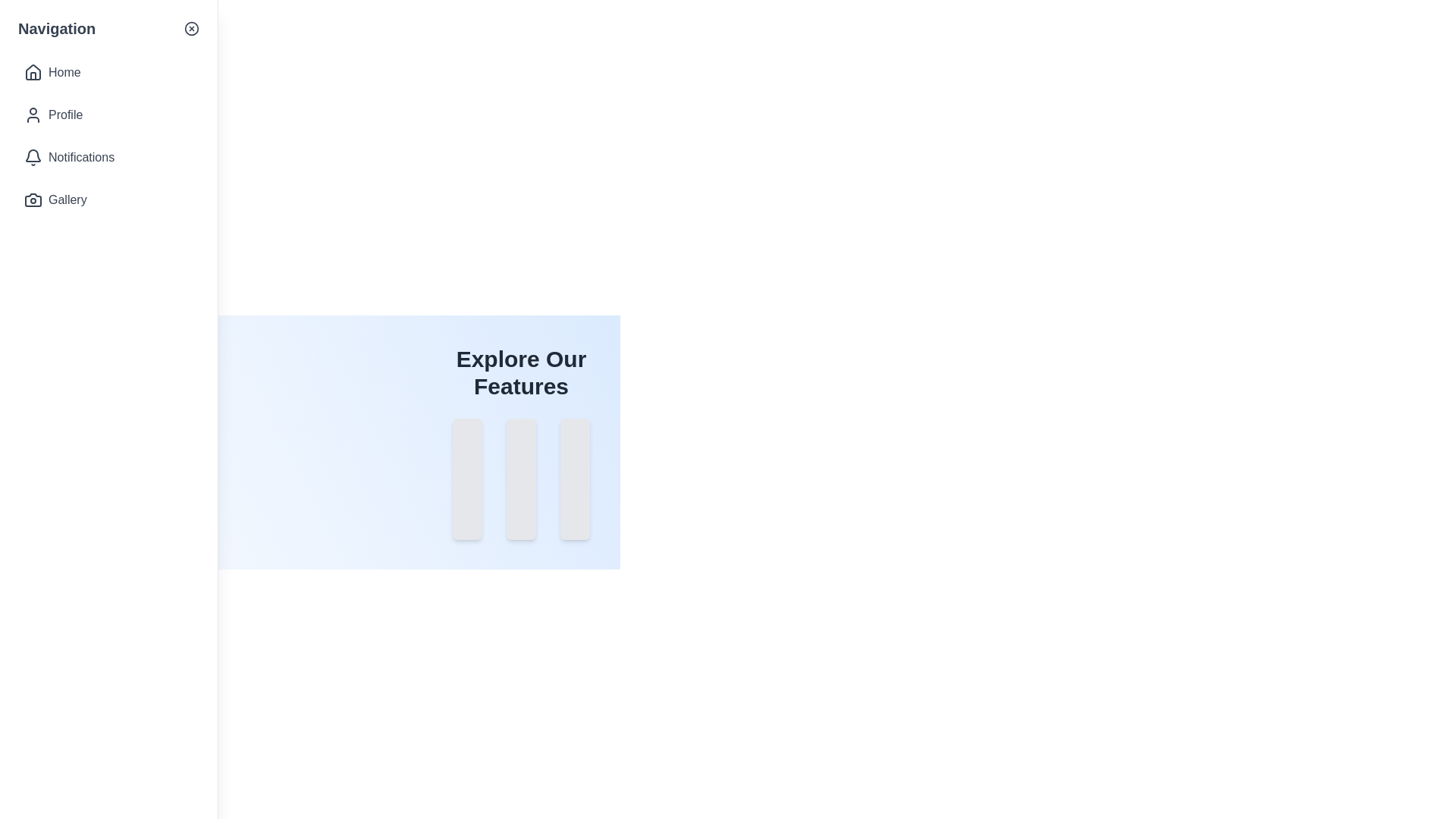 This screenshot has height=819, width=1456. I want to click on the 'Profile' textual label in the navigation menu, which is styled in gray and positioned between 'Home' and 'Notifications', so click(64, 114).